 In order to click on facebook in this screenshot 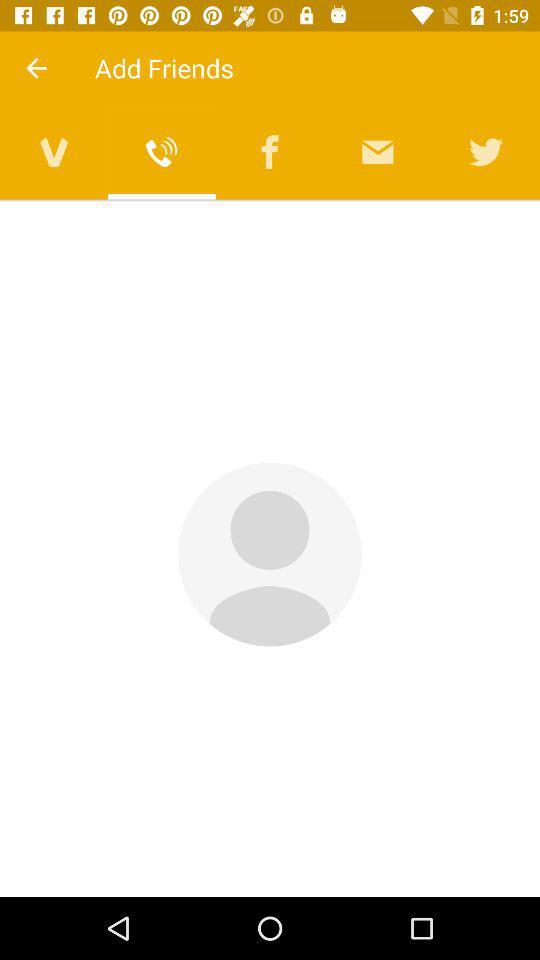, I will do `click(270, 151)`.